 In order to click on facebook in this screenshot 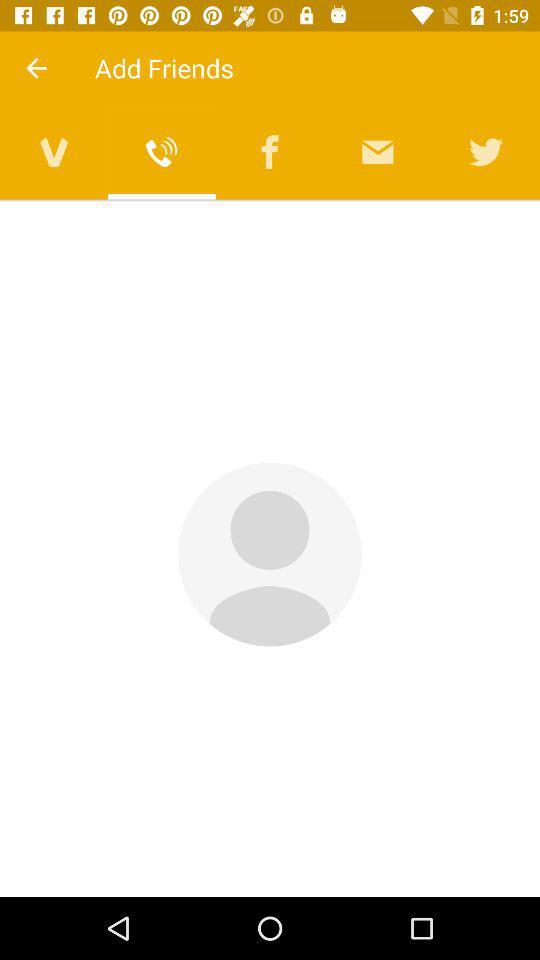, I will do `click(270, 151)`.